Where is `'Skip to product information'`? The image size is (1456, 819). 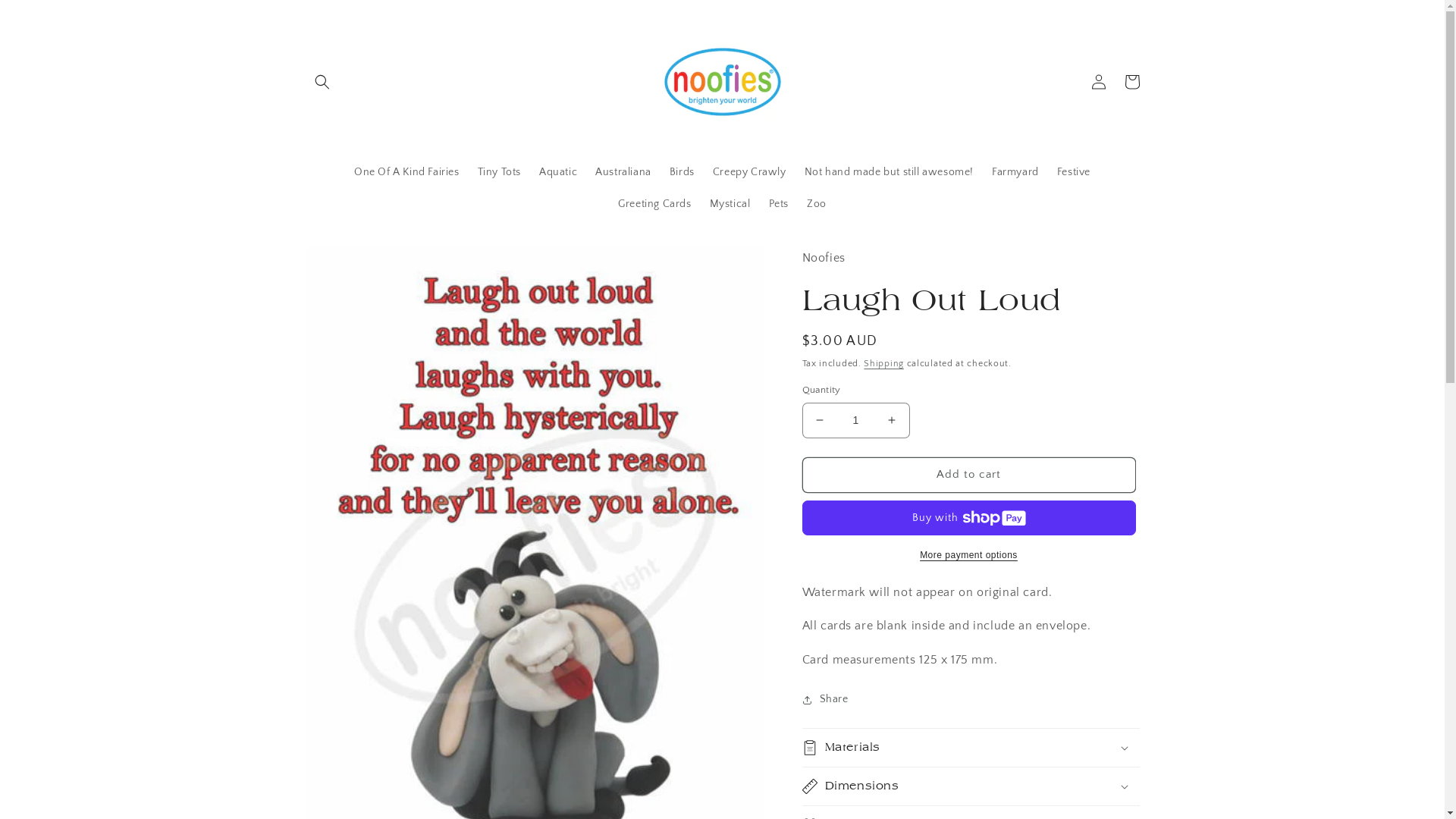 'Skip to product information' is located at coordinates (350, 263).